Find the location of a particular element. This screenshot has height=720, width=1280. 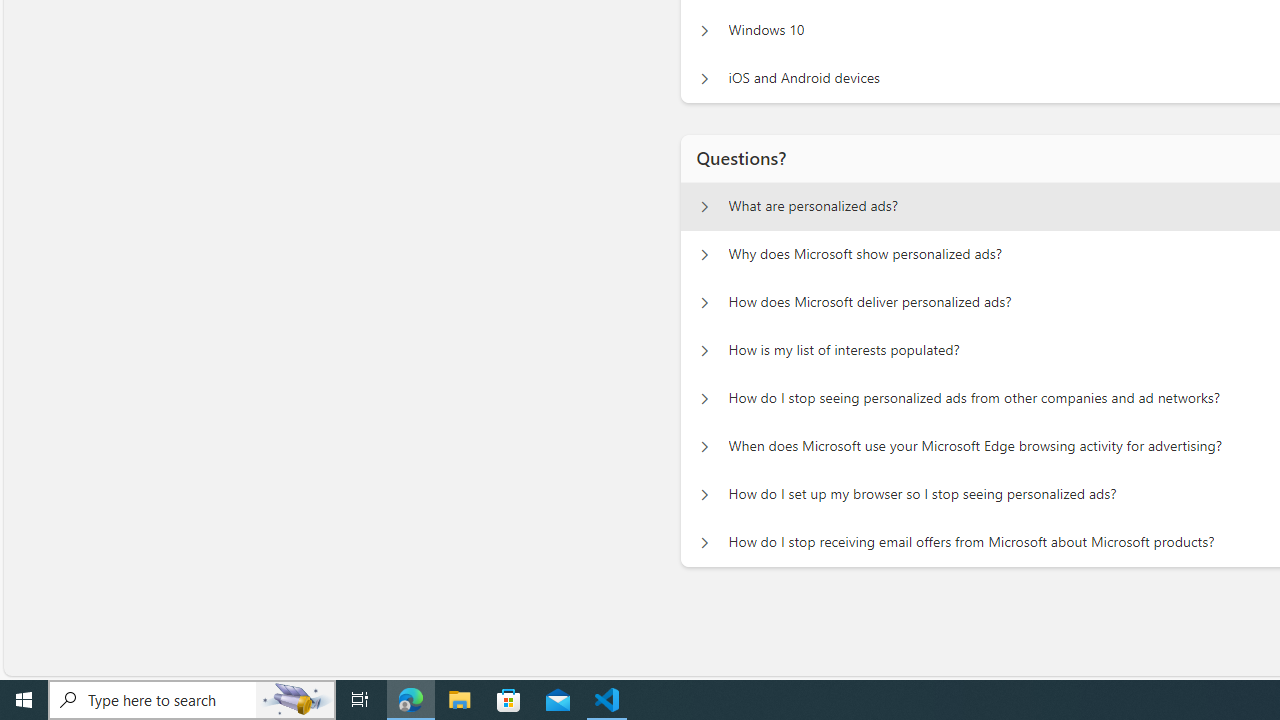

'Questions? How is my list of interests populated?' is located at coordinates (704, 350).